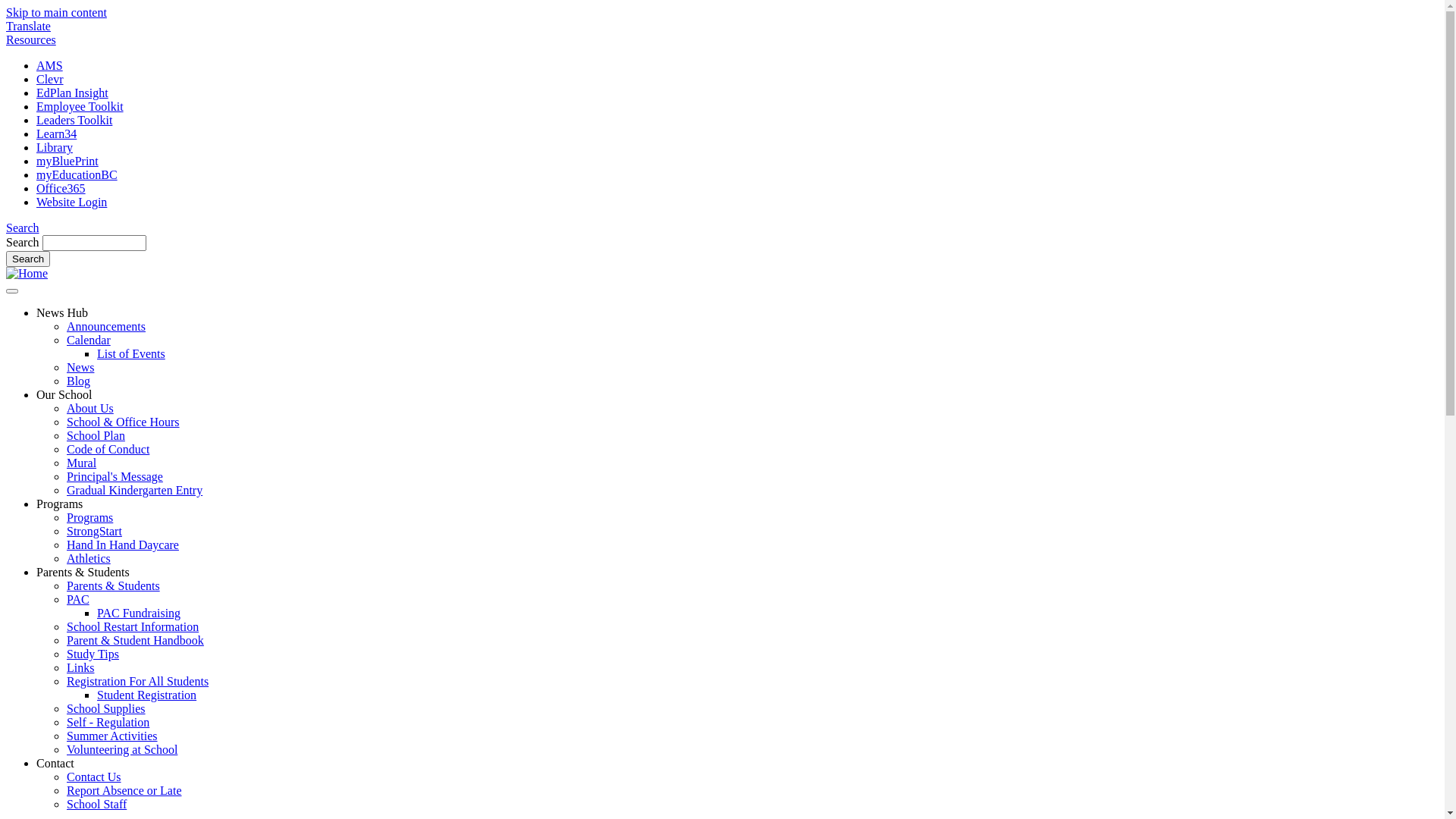  What do you see at coordinates (96, 612) in the screenshot?
I see `'PAC Fundraising'` at bounding box center [96, 612].